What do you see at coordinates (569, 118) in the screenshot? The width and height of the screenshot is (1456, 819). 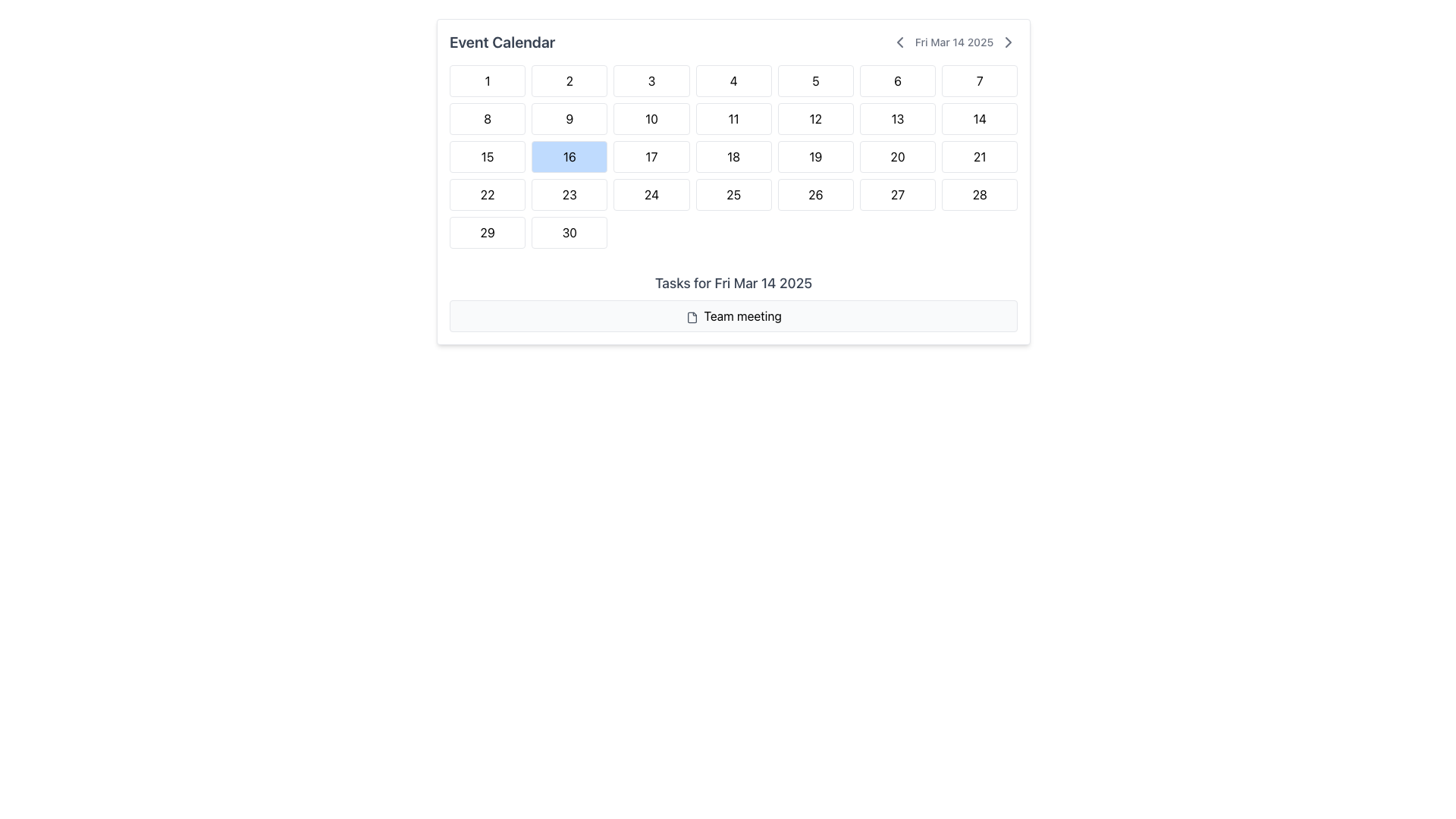 I see `the ninth day in the calendar grid, which is located in the second row and second column of the 'Event Calendar' layout` at bounding box center [569, 118].